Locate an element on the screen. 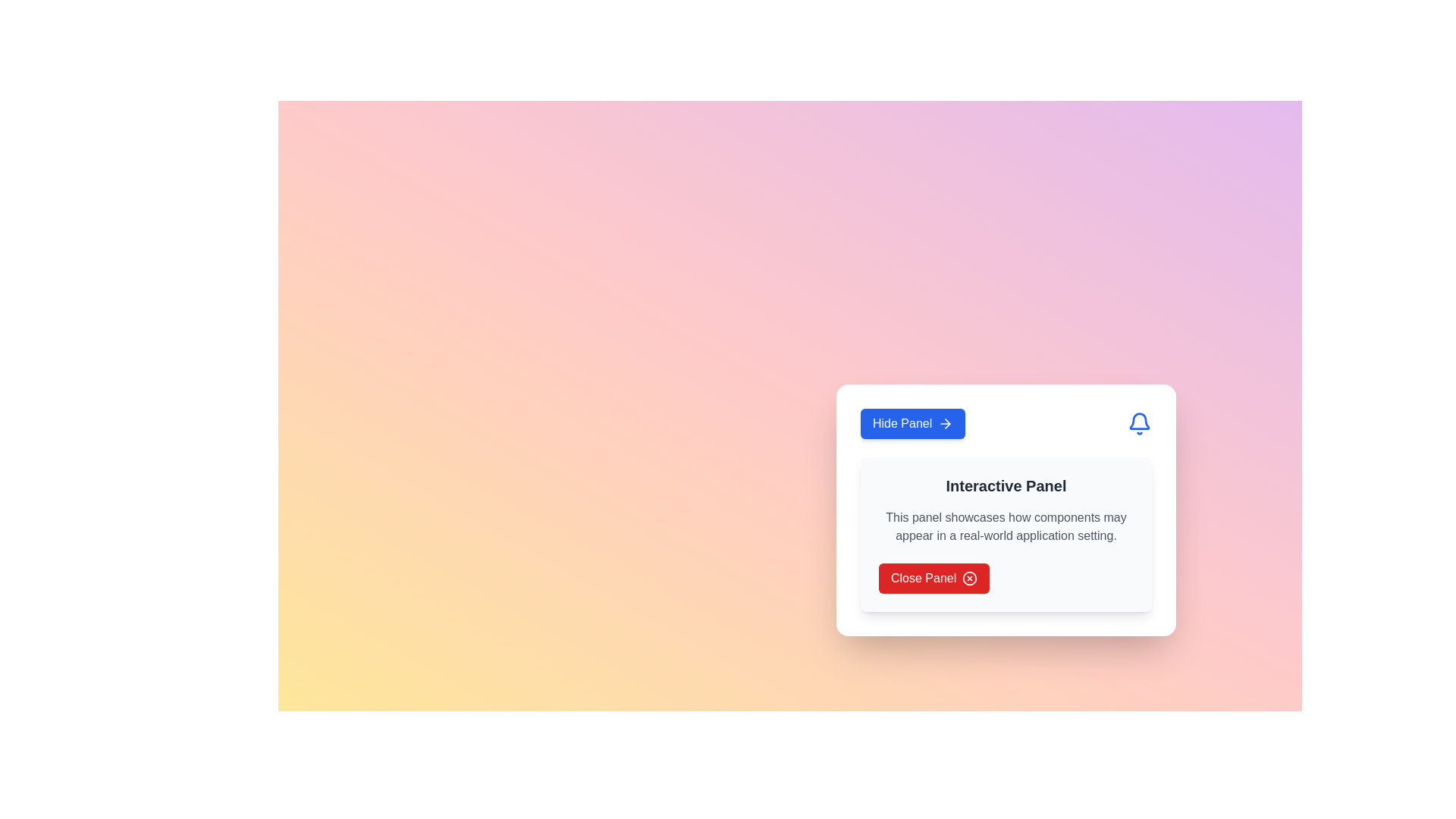 This screenshot has height=819, width=1456. the blue outlined bell icon located on the right side of the header section is located at coordinates (1139, 424).